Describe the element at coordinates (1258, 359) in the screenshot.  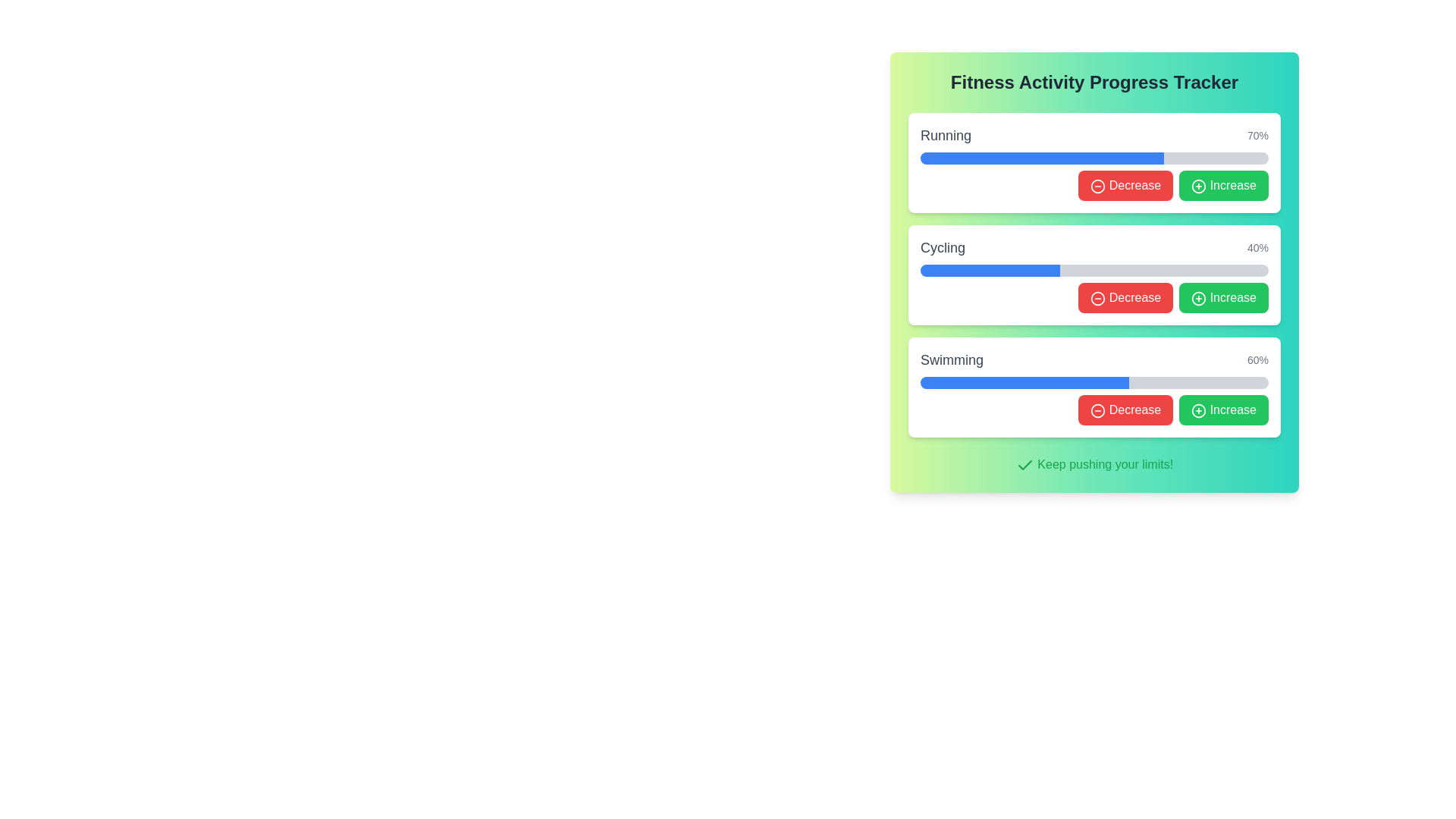
I see `the static text display showing '60%' that indicates the progress metric in the 'Swimming' section of the progress tracker interface` at that location.